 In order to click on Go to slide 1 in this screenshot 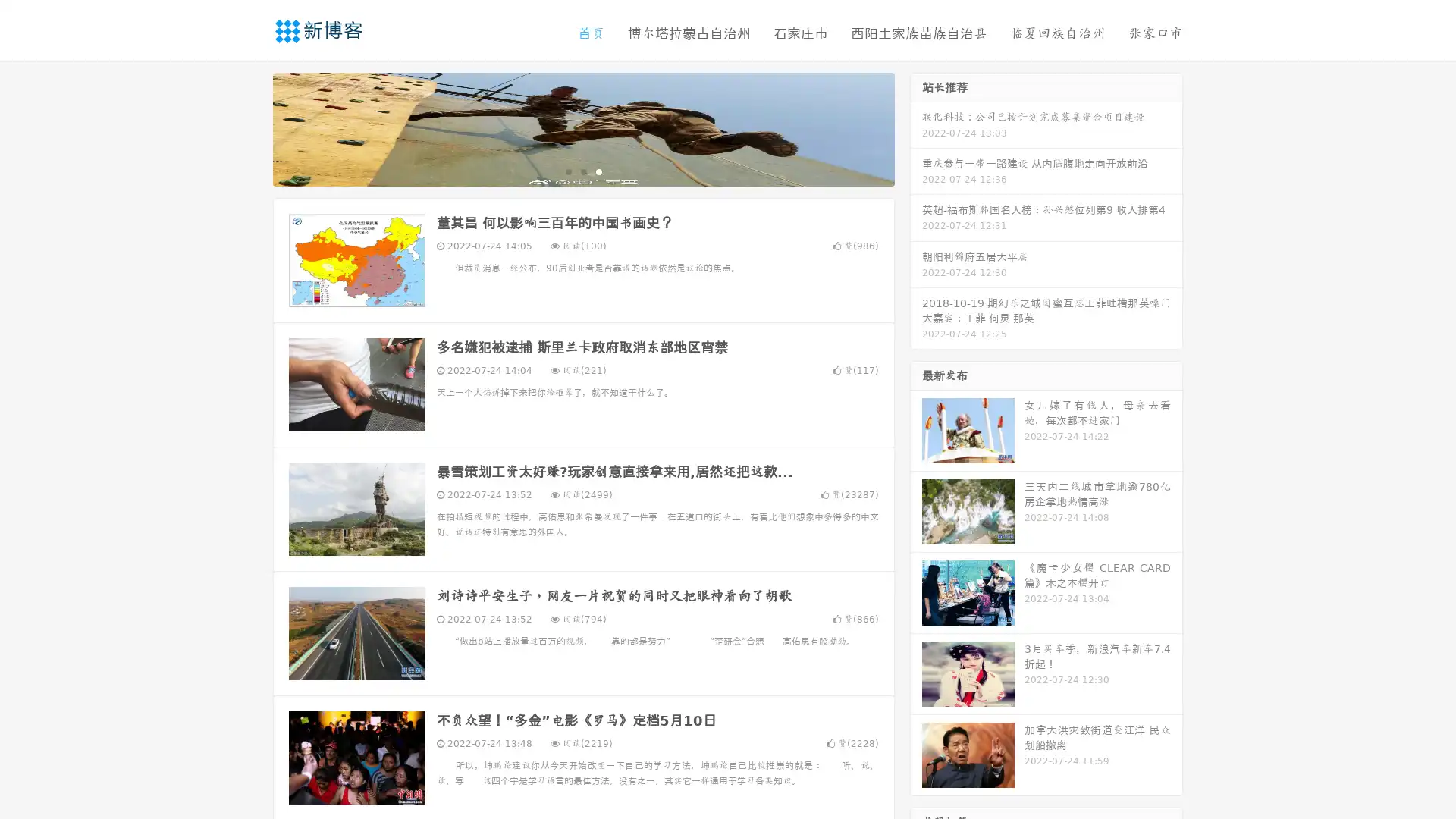, I will do `click(567, 171)`.